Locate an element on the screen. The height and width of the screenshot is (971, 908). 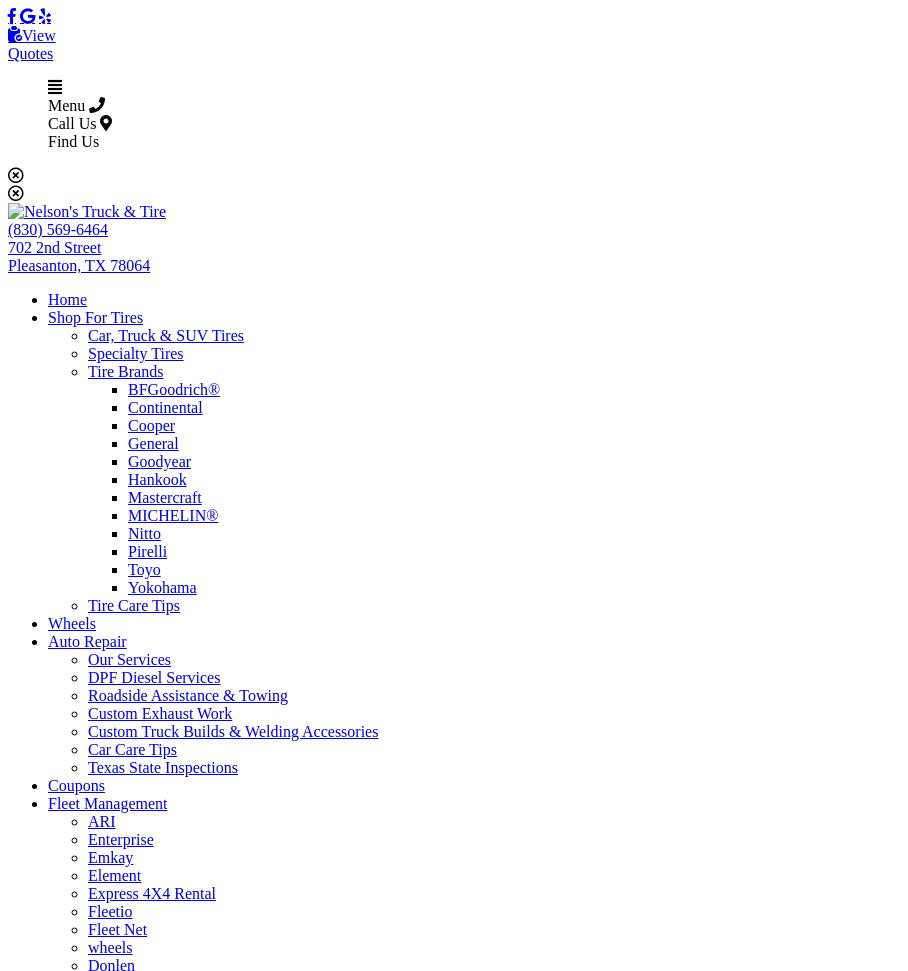
'ARI' is located at coordinates (100, 820).